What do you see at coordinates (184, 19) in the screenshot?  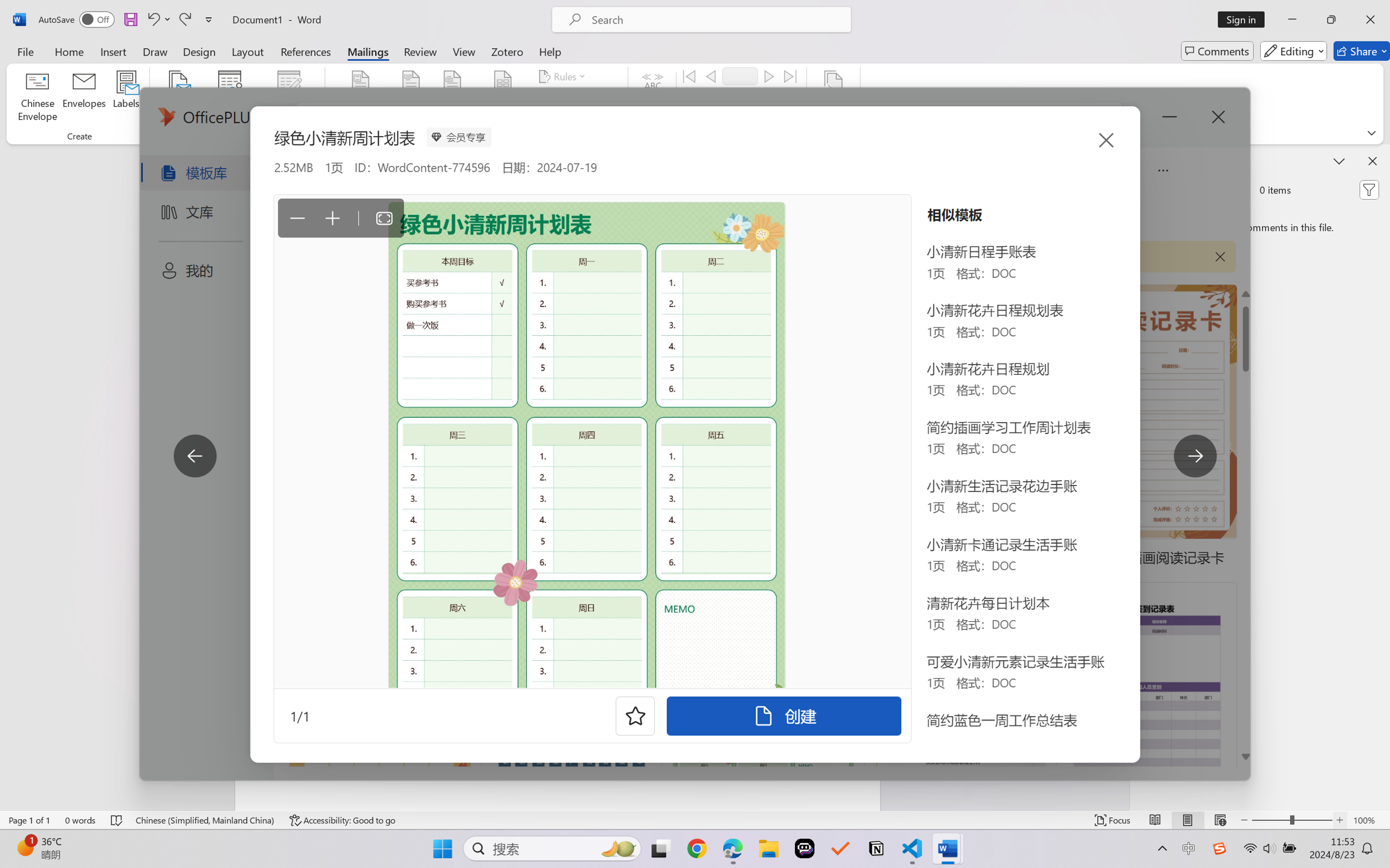 I see `'Redo Apply Quick Style'` at bounding box center [184, 19].